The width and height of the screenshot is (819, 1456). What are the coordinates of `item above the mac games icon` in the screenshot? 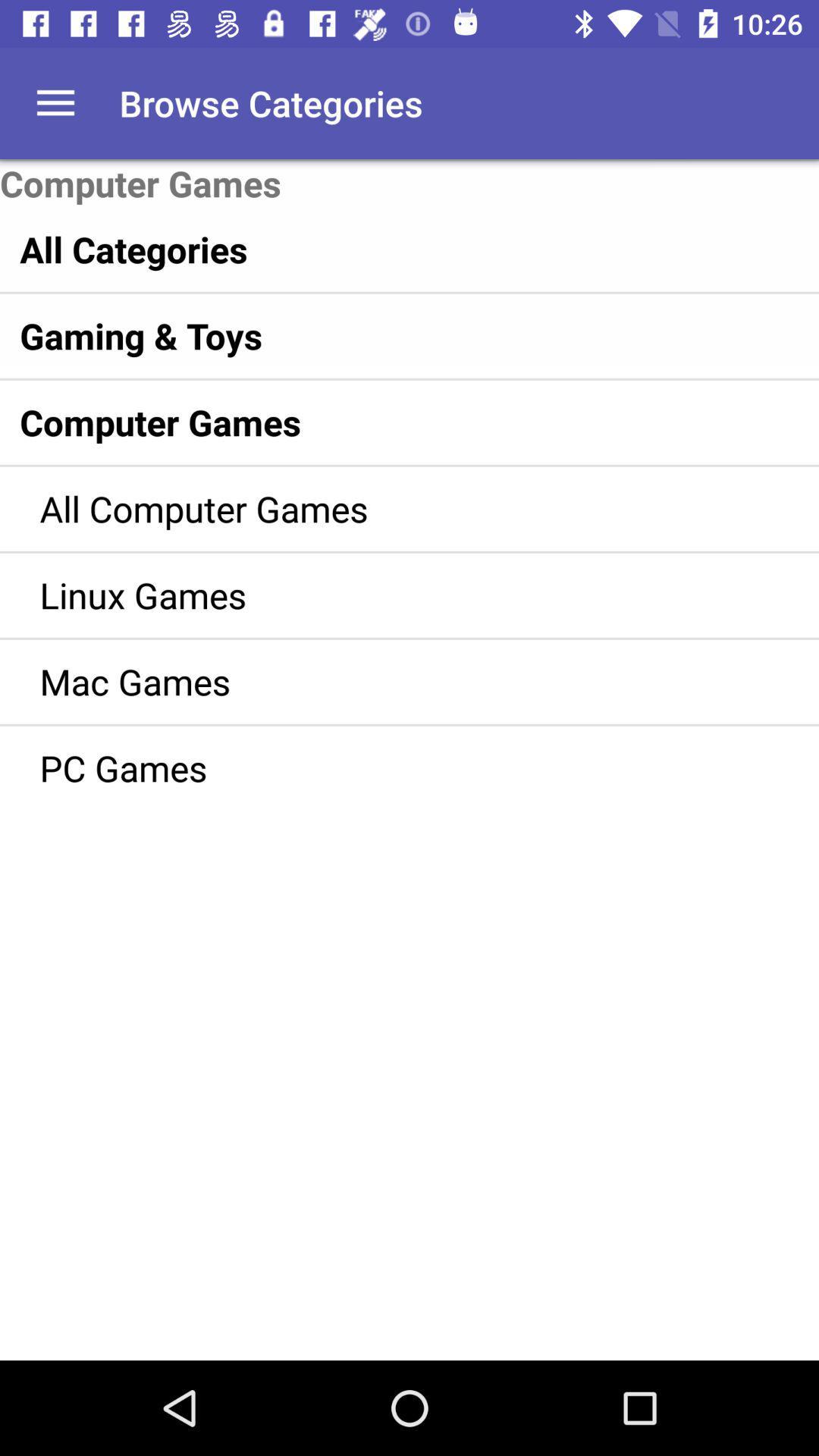 It's located at (387, 594).